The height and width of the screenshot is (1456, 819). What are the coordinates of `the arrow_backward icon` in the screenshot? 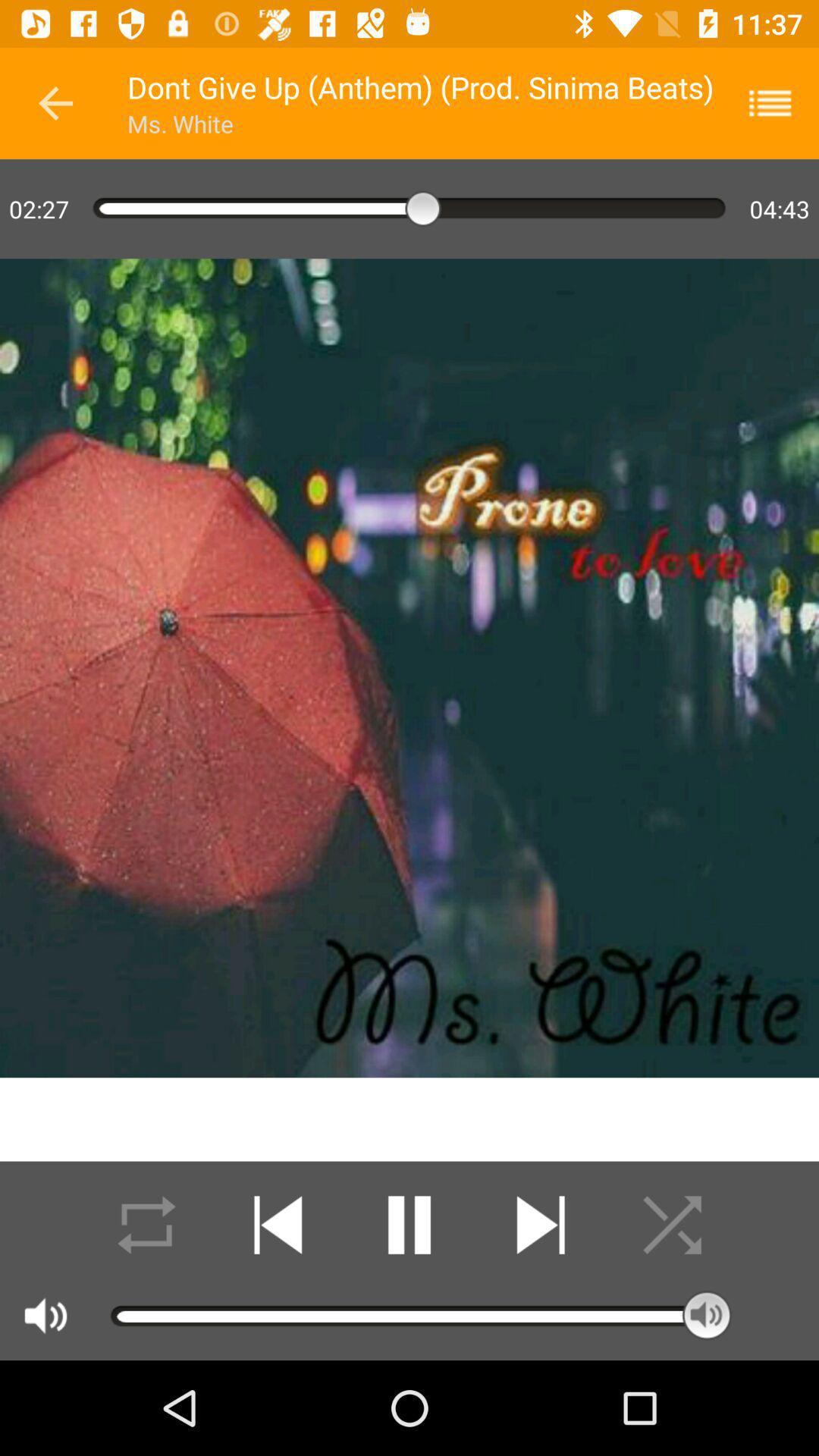 It's located at (55, 102).